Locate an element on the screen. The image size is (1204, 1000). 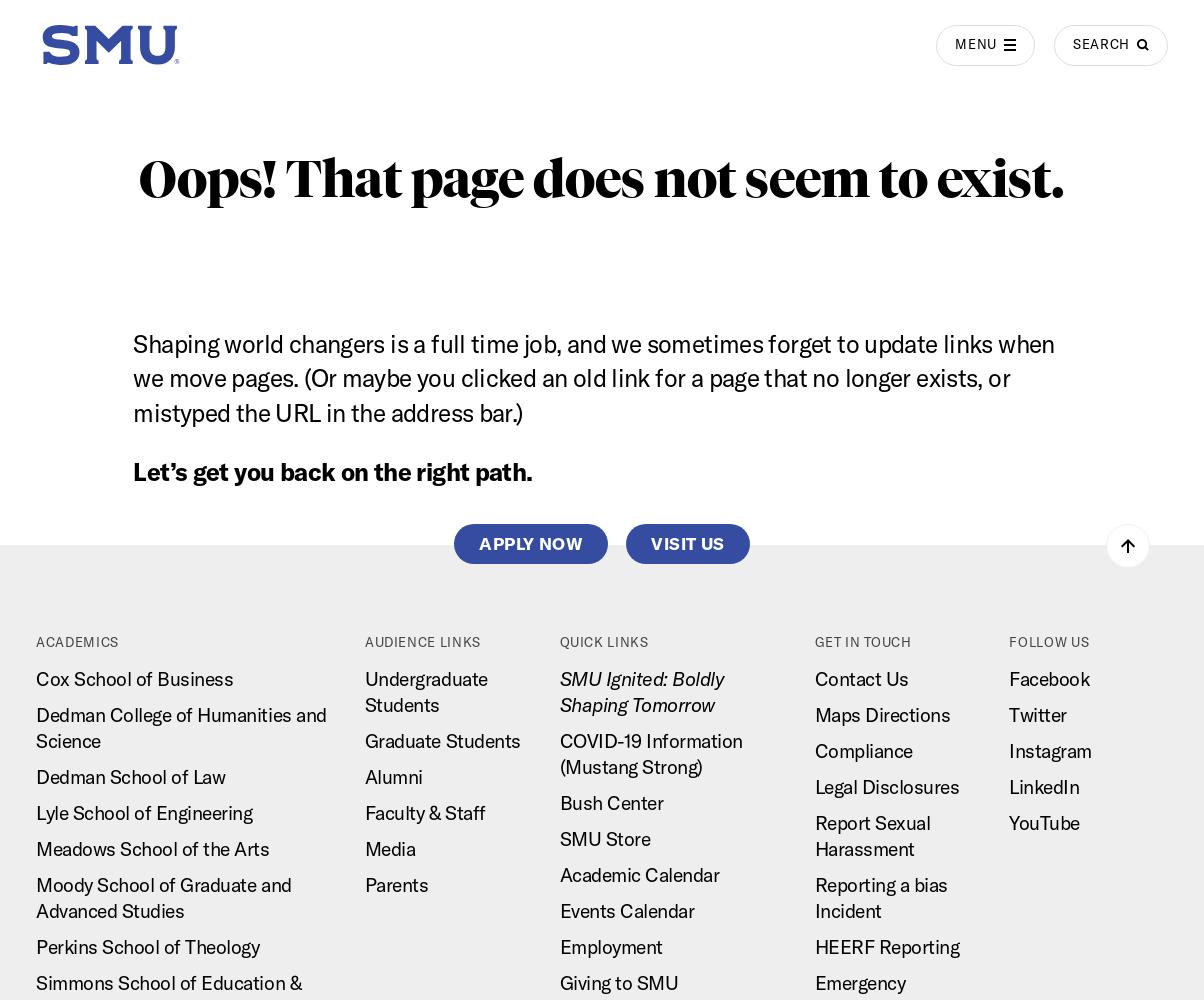
'Instagram' is located at coordinates (1050, 750).